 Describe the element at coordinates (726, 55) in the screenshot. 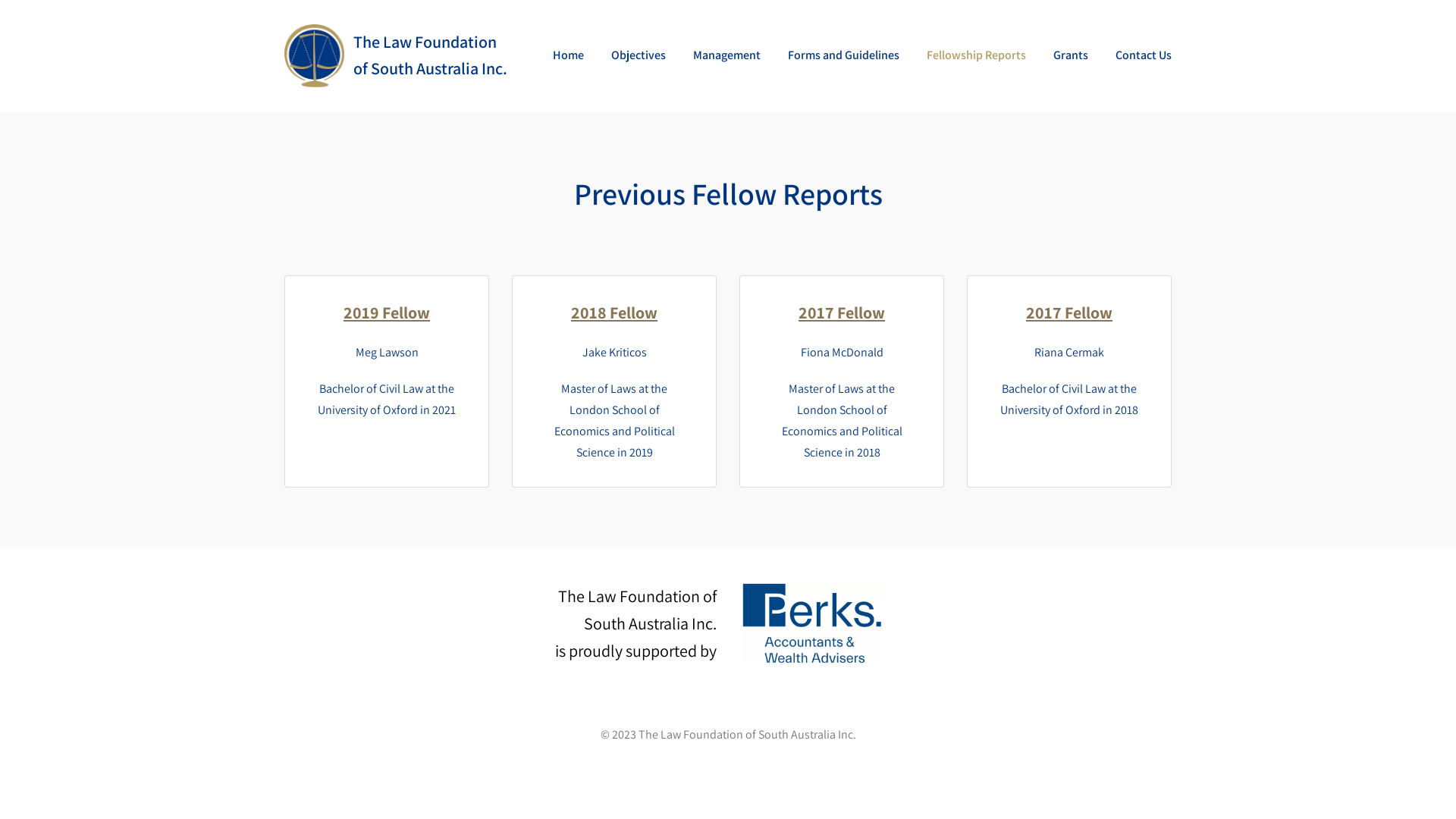

I see `'Management'` at that location.